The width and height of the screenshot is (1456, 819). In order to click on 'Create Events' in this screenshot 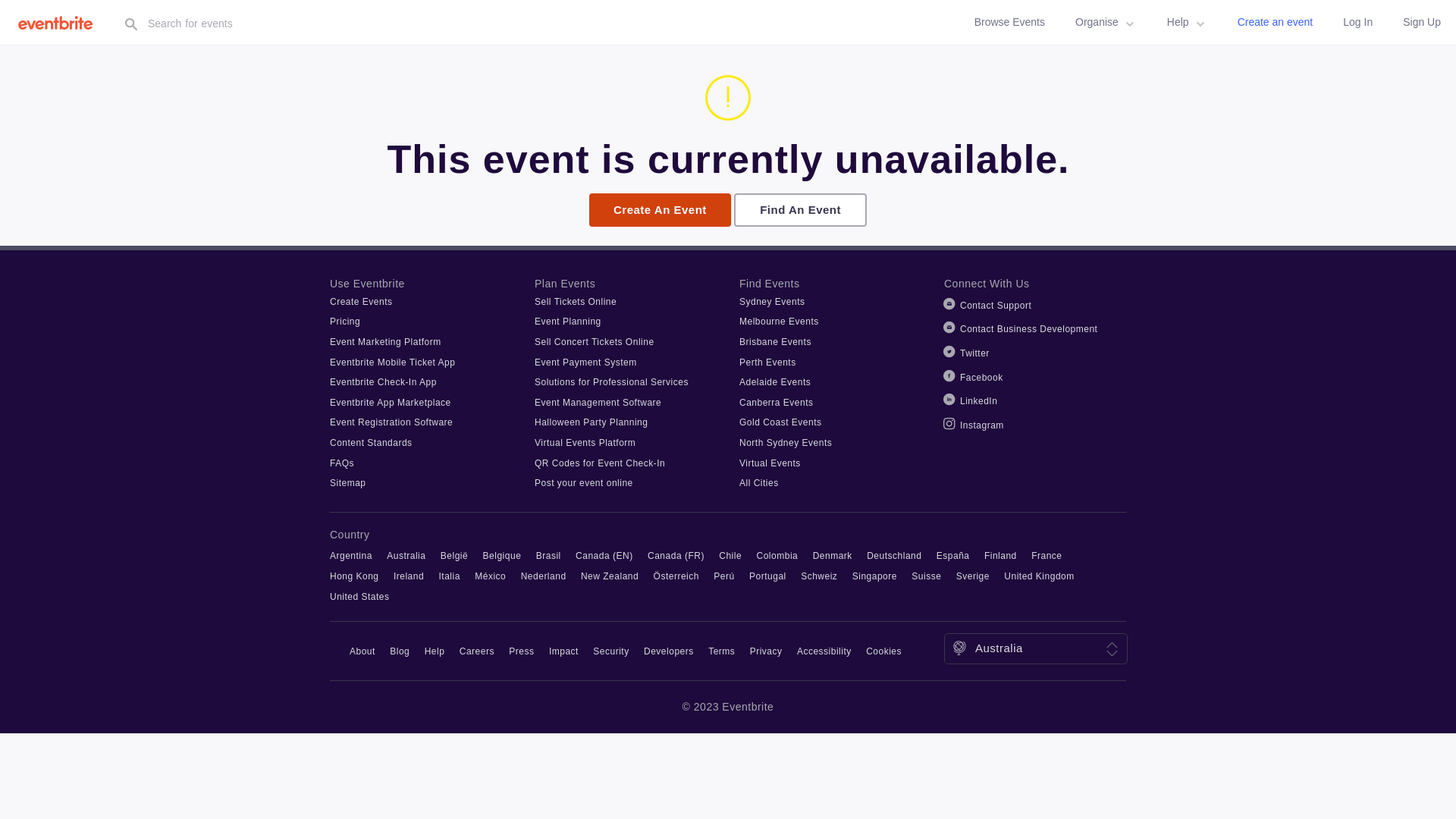, I will do `click(360, 301)`.